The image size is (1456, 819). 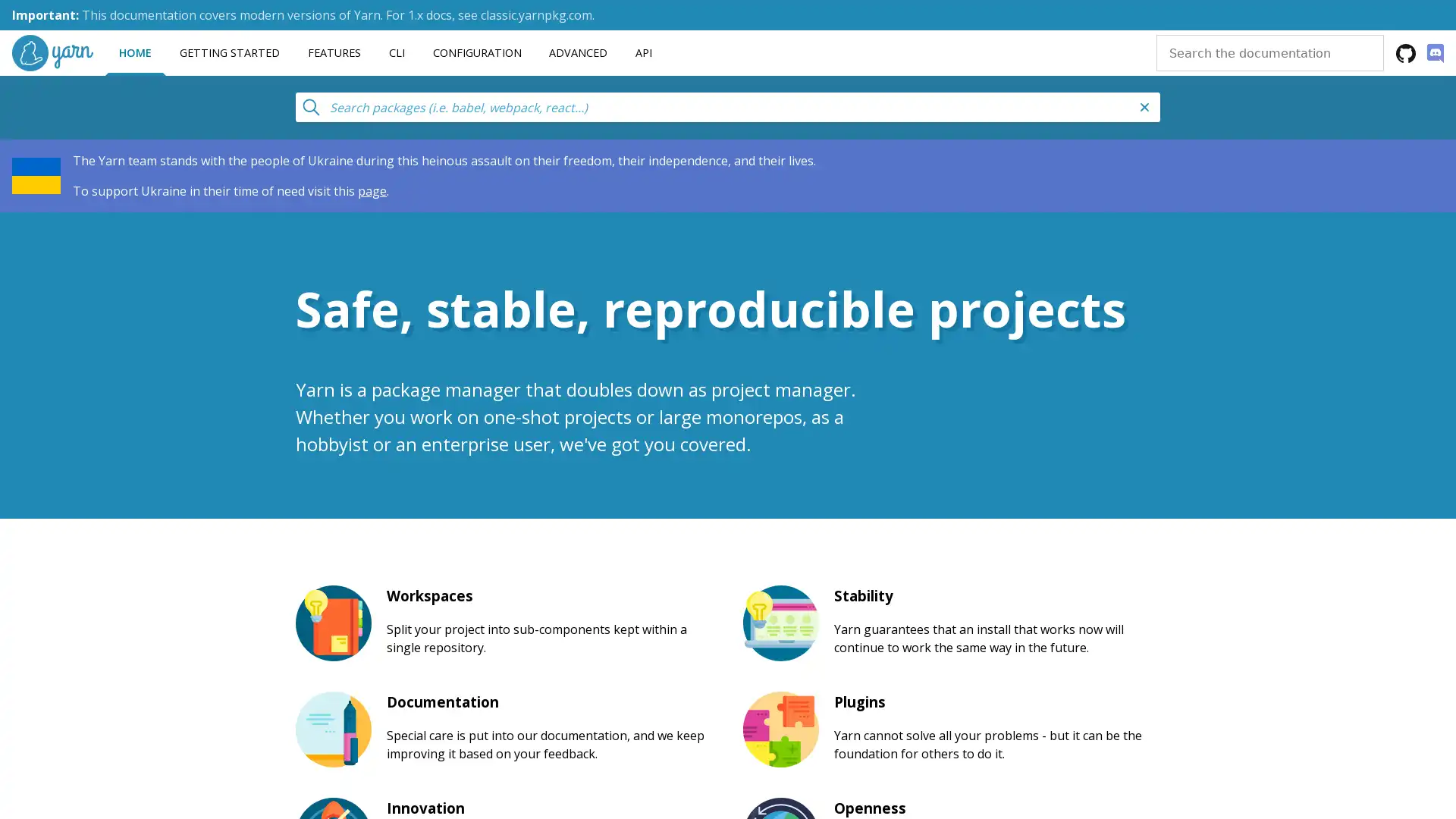 What do you see at coordinates (309, 104) in the screenshot?
I see `Submit your search query.` at bounding box center [309, 104].